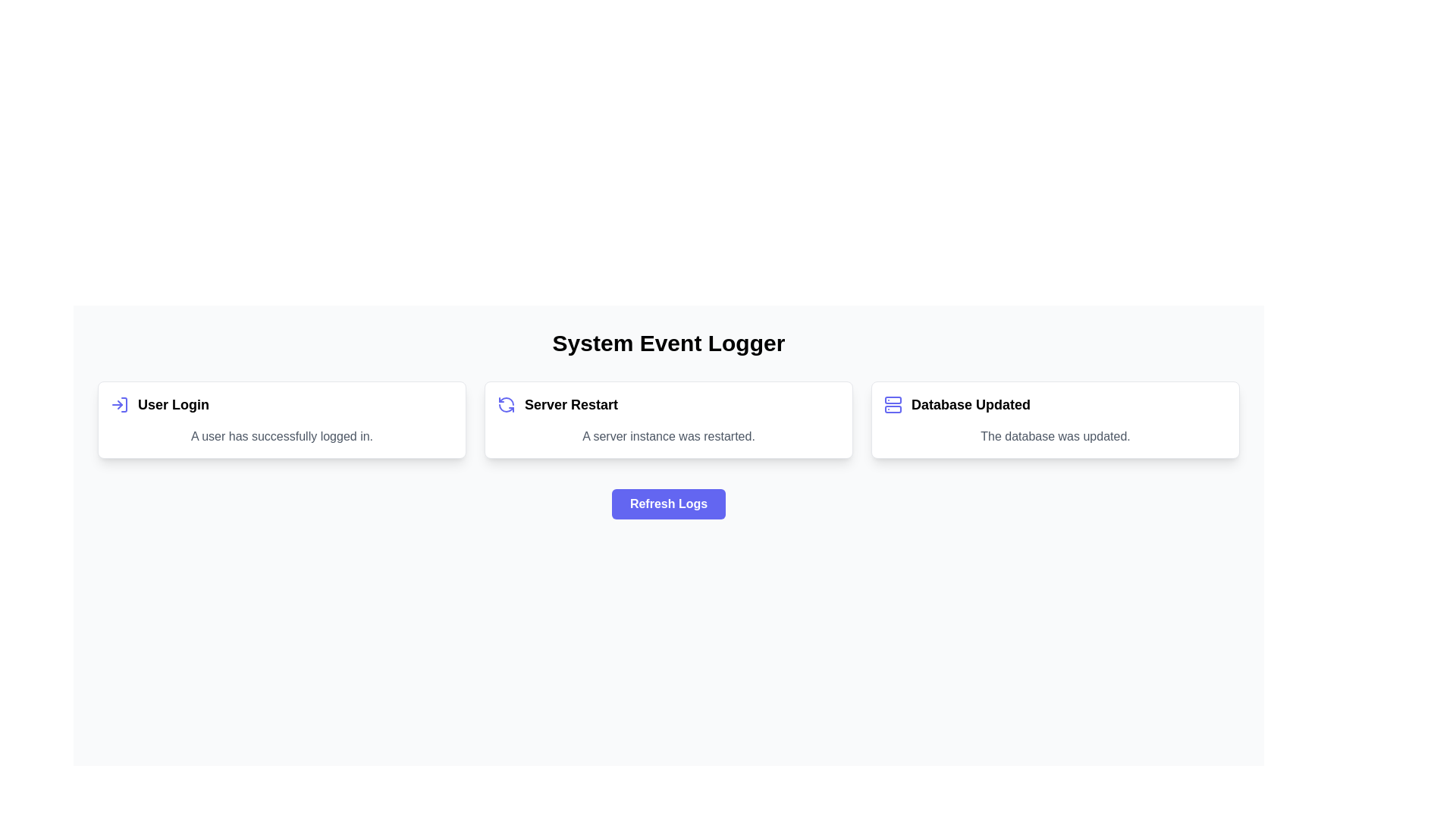 This screenshot has width=1456, height=819. Describe the element at coordinates (668, 504) in the screenshot. I see `the refresh log button located centrally below the 'User Login', 'Server Restart', and 'Database Updated' cards` at that location.